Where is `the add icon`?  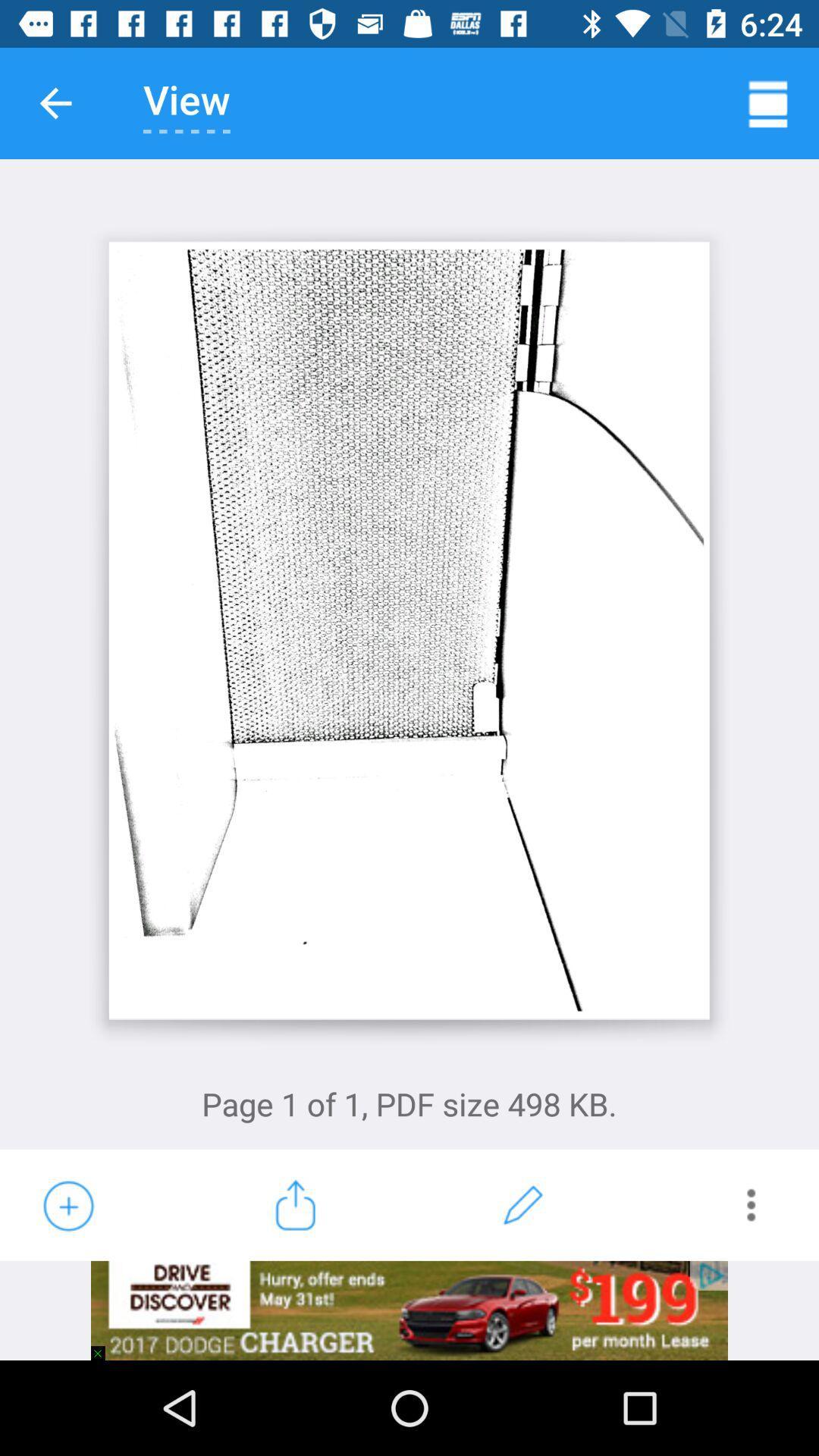 the add icon is located at coordinates (67, 1204).